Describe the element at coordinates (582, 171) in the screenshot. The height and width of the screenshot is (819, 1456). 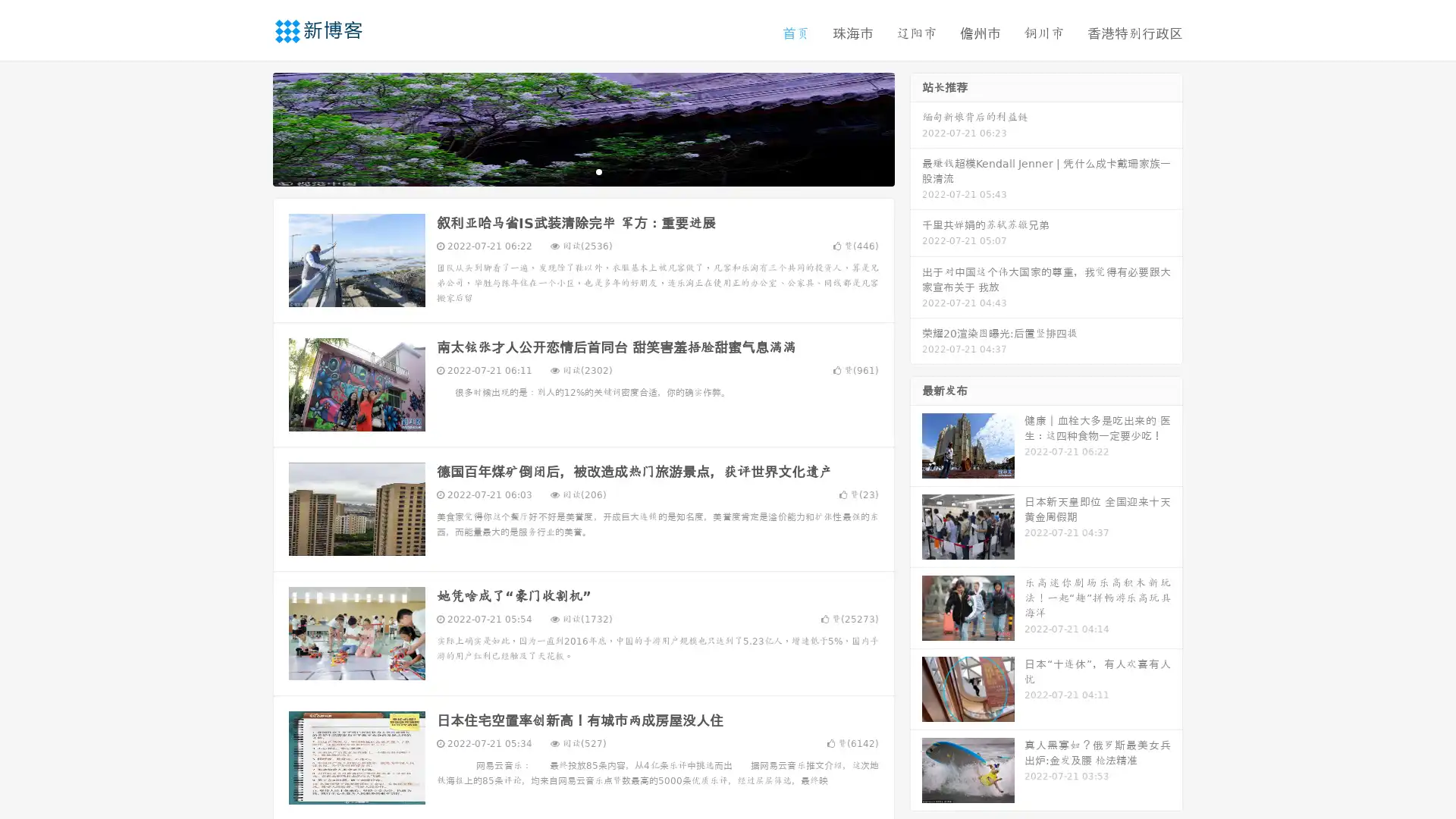
I see `Go to slide 2` at that location.